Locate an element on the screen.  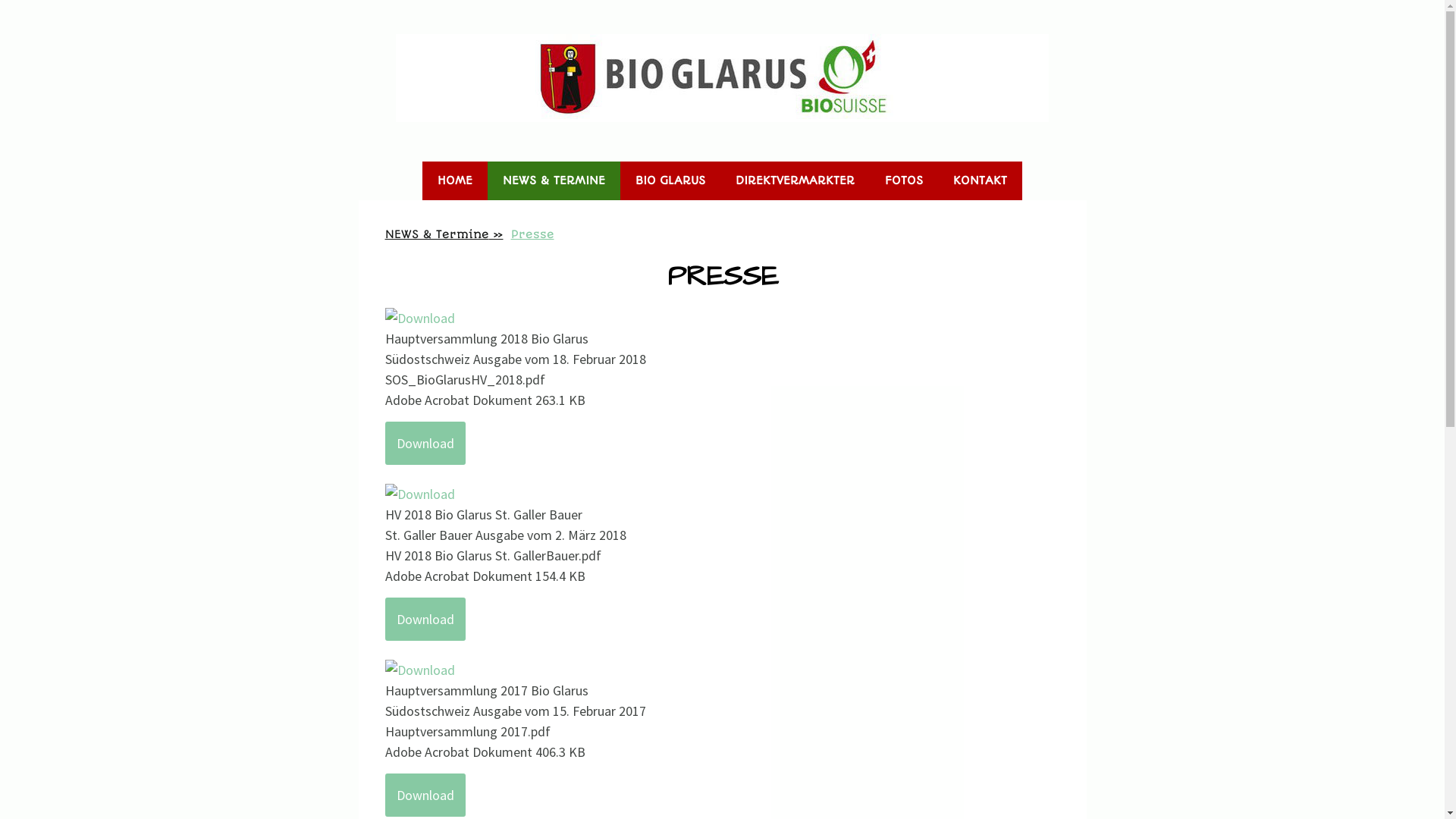
'Download' is located at coordinates (425, 619).